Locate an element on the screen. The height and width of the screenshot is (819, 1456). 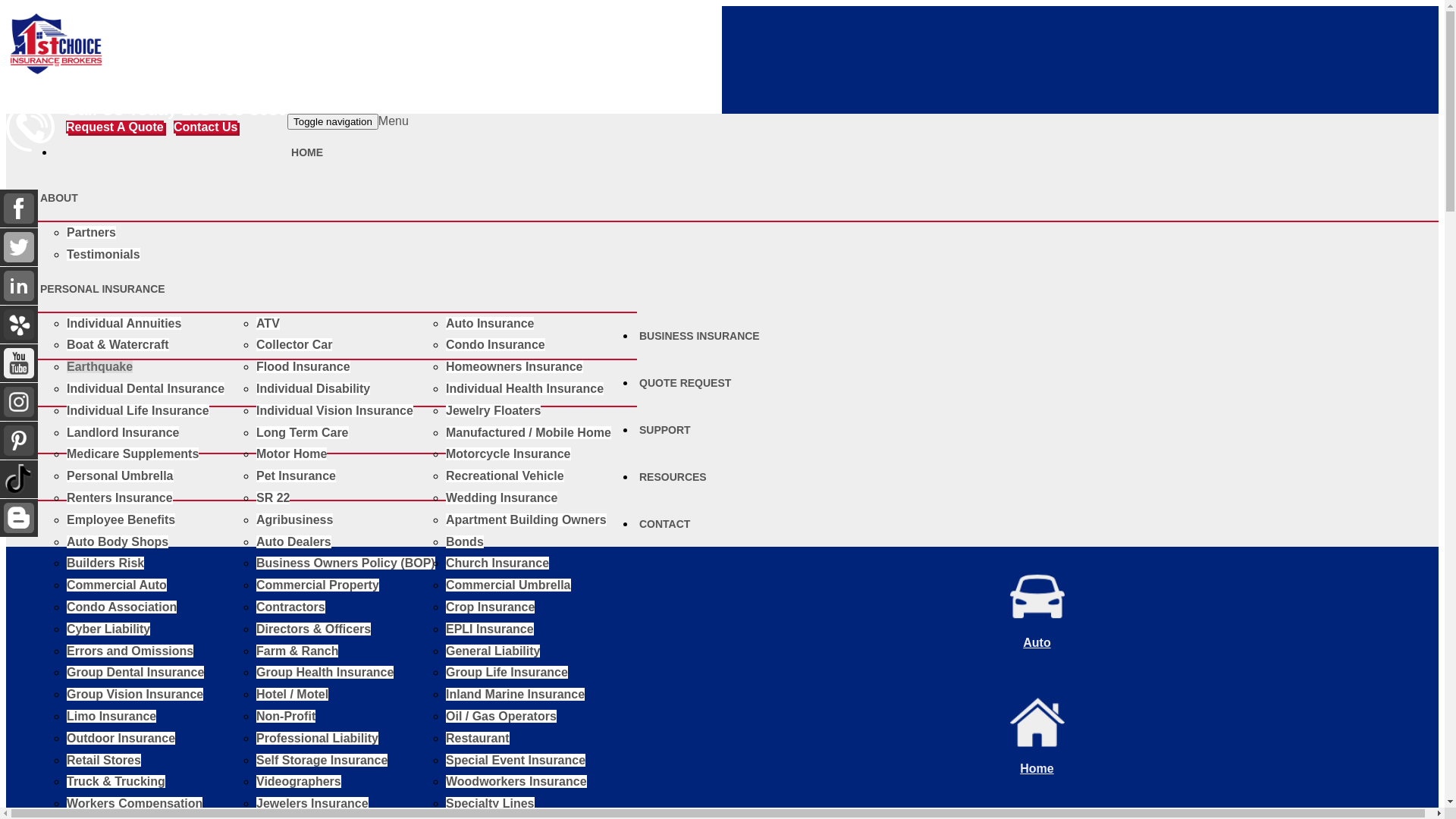
'Videographers' is located at coordinates (298, 781).